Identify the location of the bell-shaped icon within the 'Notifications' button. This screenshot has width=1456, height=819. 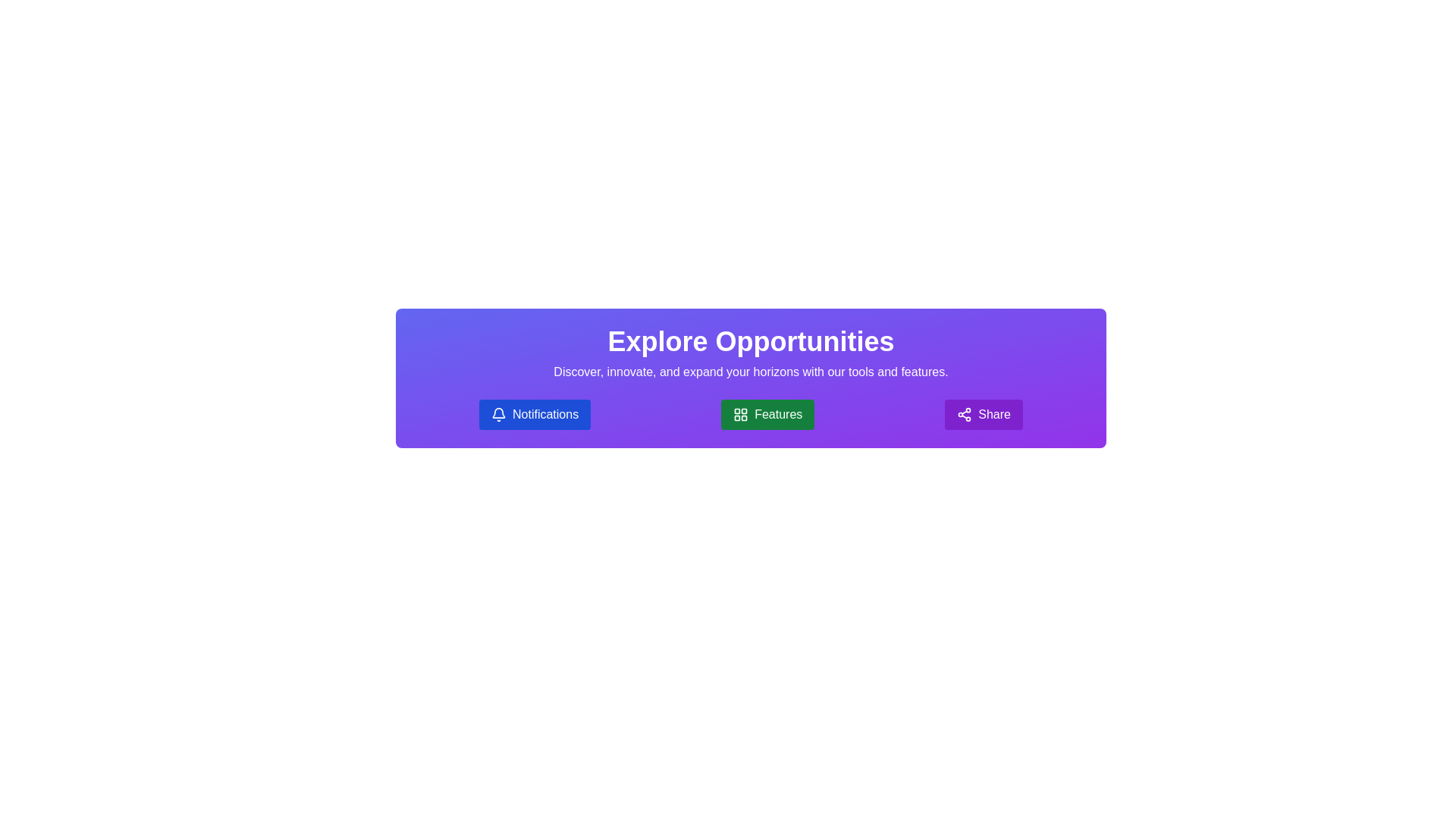
(498, 415).